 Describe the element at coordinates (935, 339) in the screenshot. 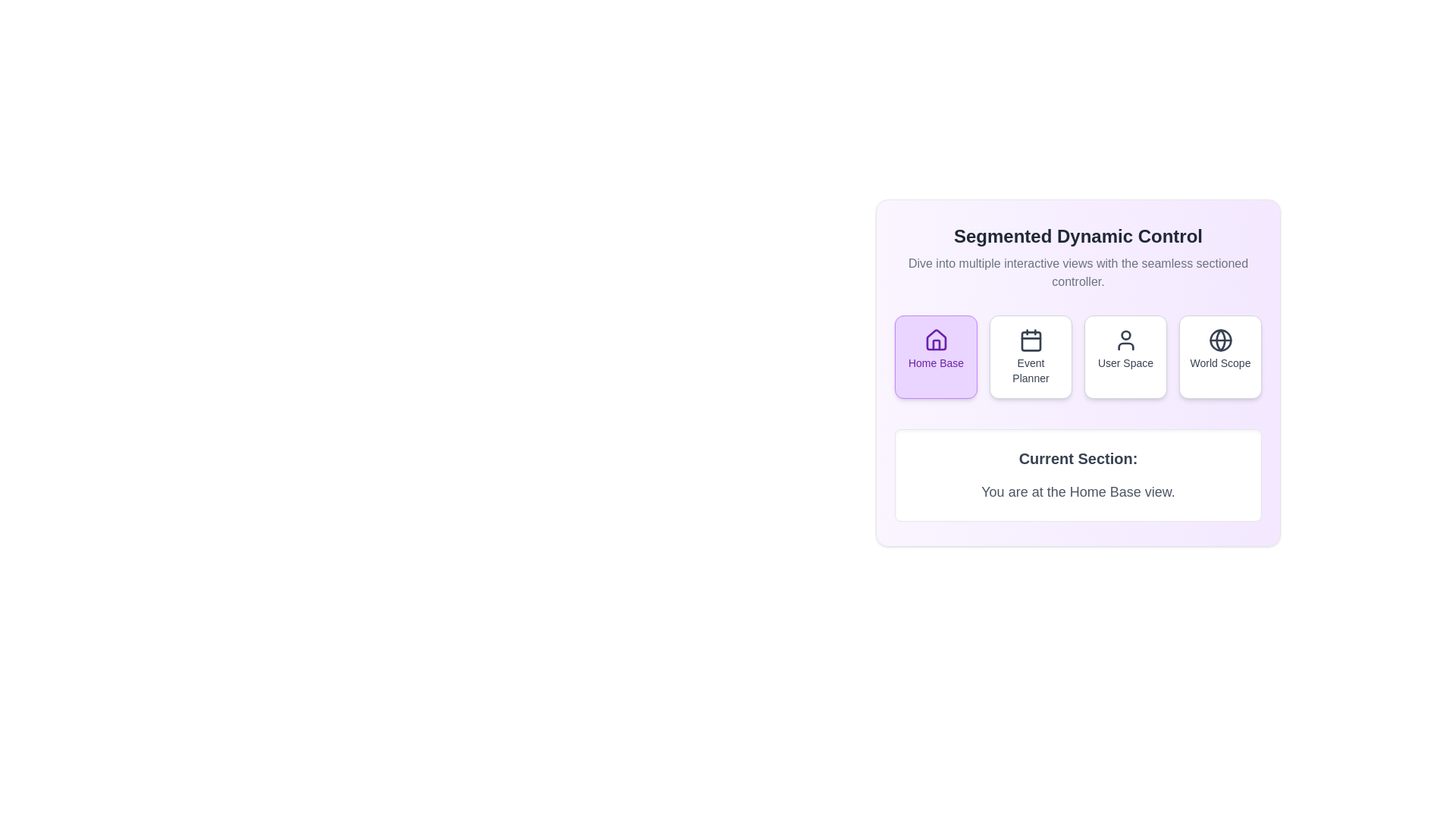

I see `the 'Home Base' button, which features a purple home icon in the upper-left corner of the control panel` at that location.